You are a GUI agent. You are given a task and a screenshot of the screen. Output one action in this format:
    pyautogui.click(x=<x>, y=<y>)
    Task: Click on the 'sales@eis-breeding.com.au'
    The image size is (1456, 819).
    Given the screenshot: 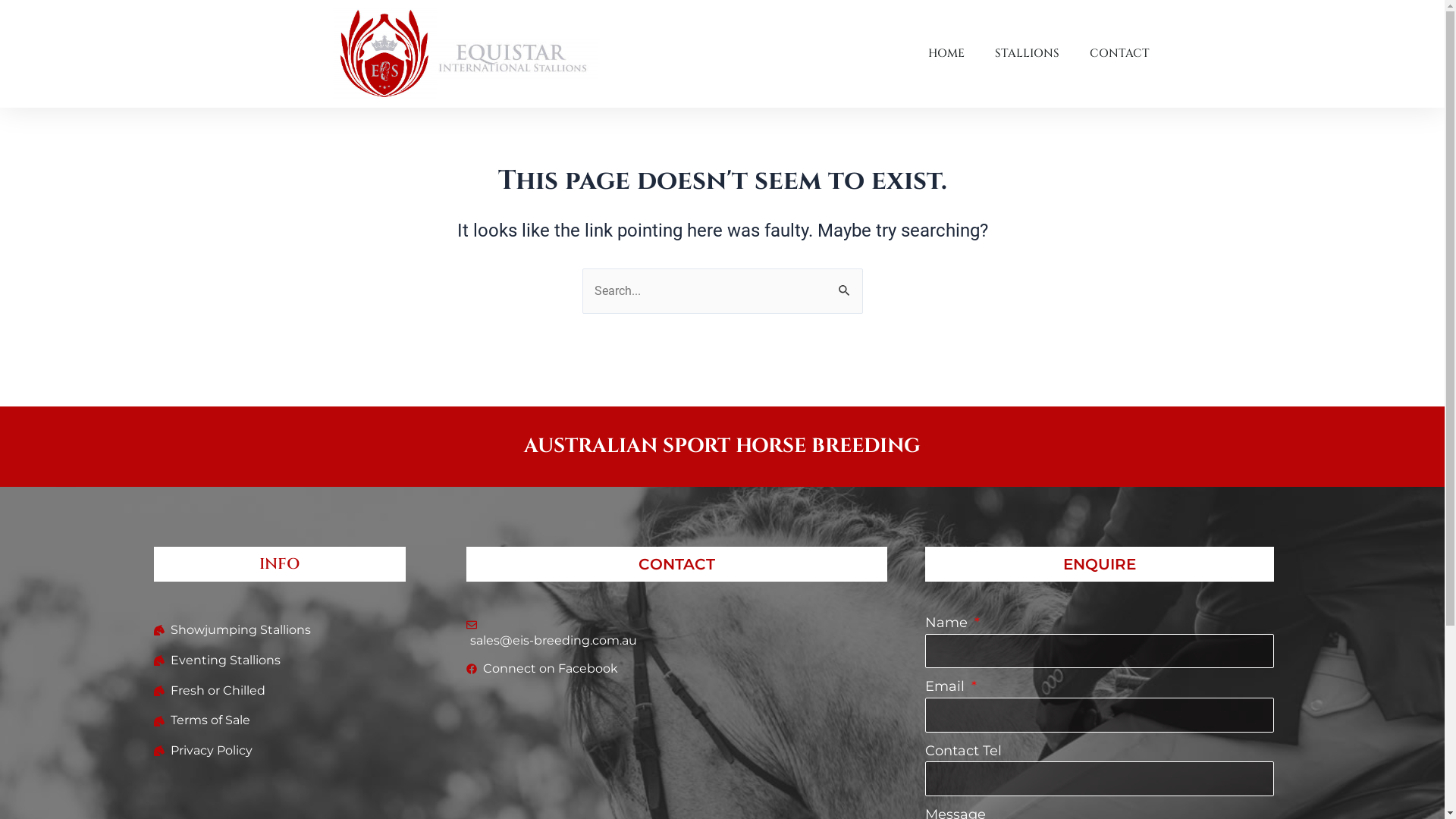 What is the action you would take?
    pyautogui.click(x=465, y=635)
    